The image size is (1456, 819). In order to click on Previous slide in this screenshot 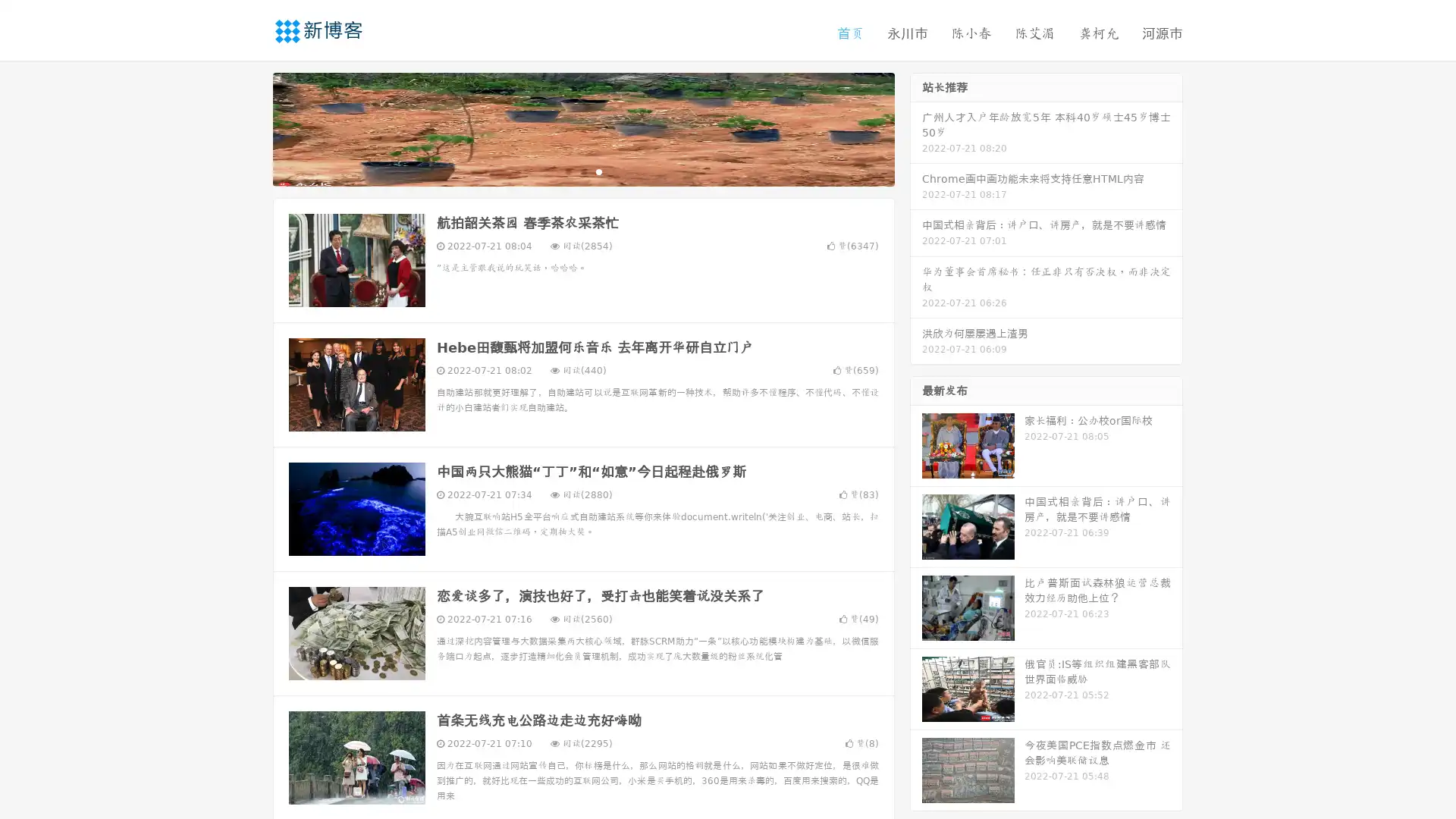, I will do `click(250, 127)`.